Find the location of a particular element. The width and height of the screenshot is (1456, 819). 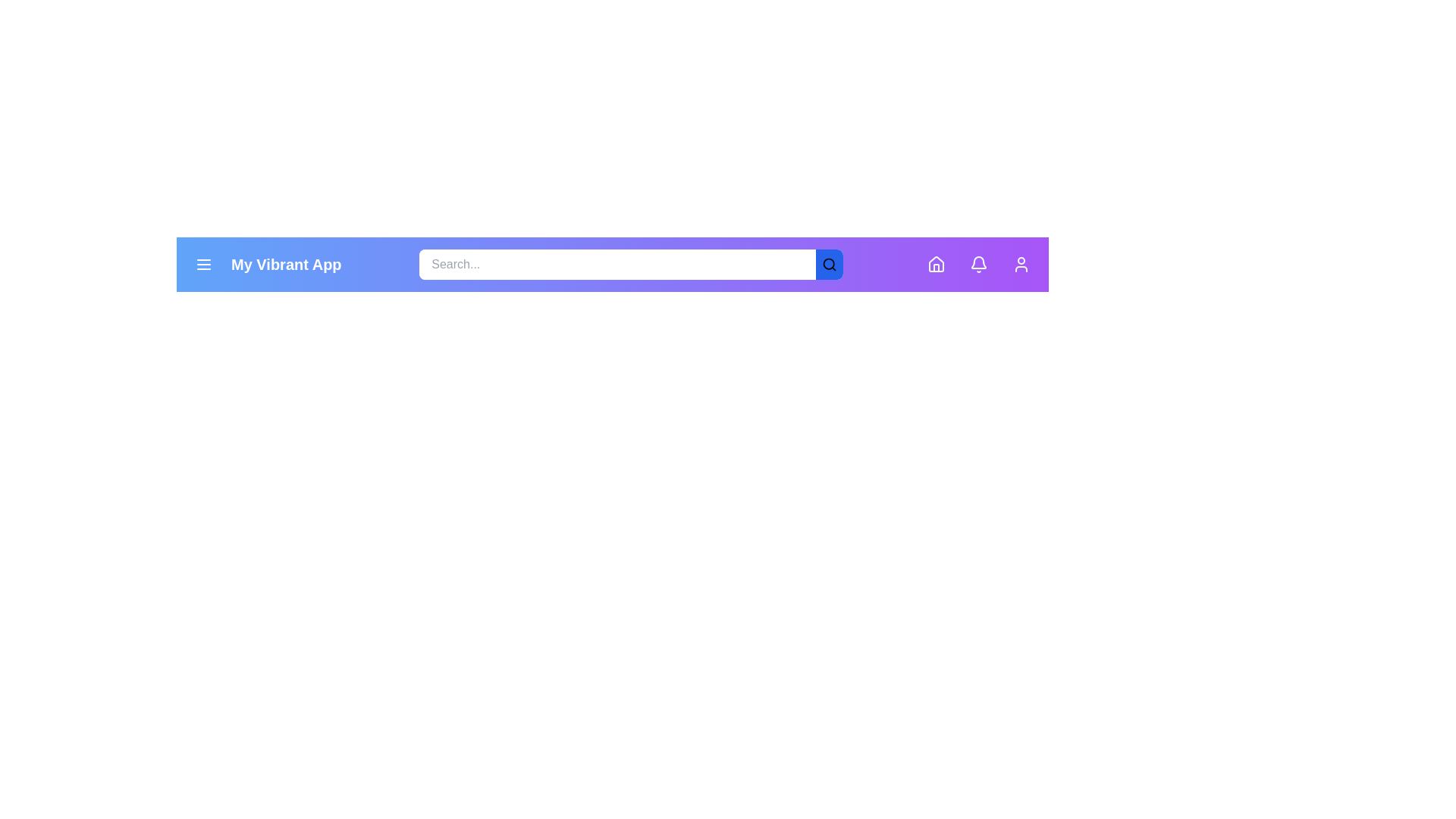

the profile button located at the top-right corner of the app bar is located at coordinates (1021, 263).